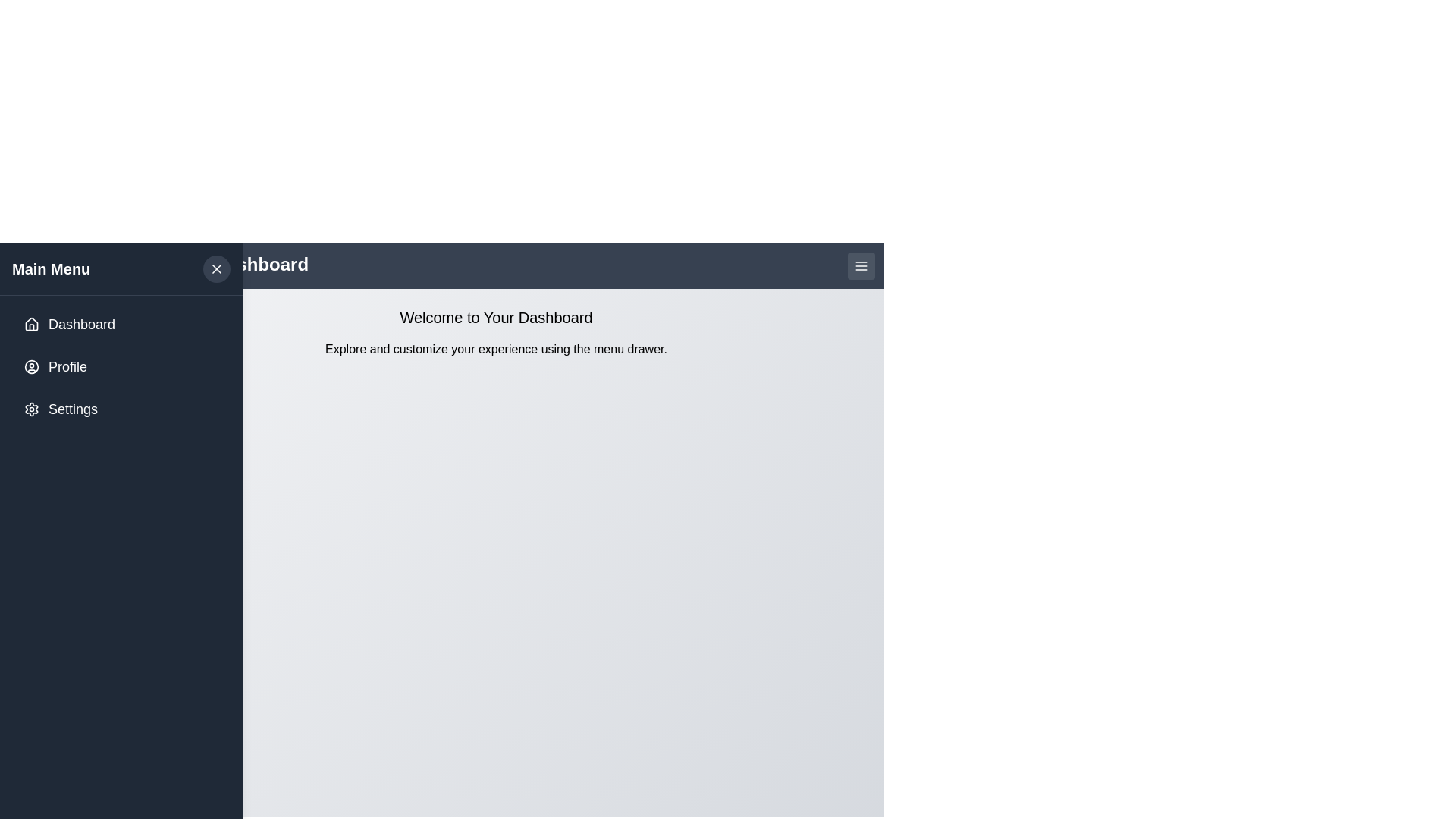 This screenshot has height=819, width=1456. Describe the element at coordinates (32, 366) in the screenshot. I see `the circular user avatar icon located in the 'Profile' menu item in the sidebar navigation` at that location.